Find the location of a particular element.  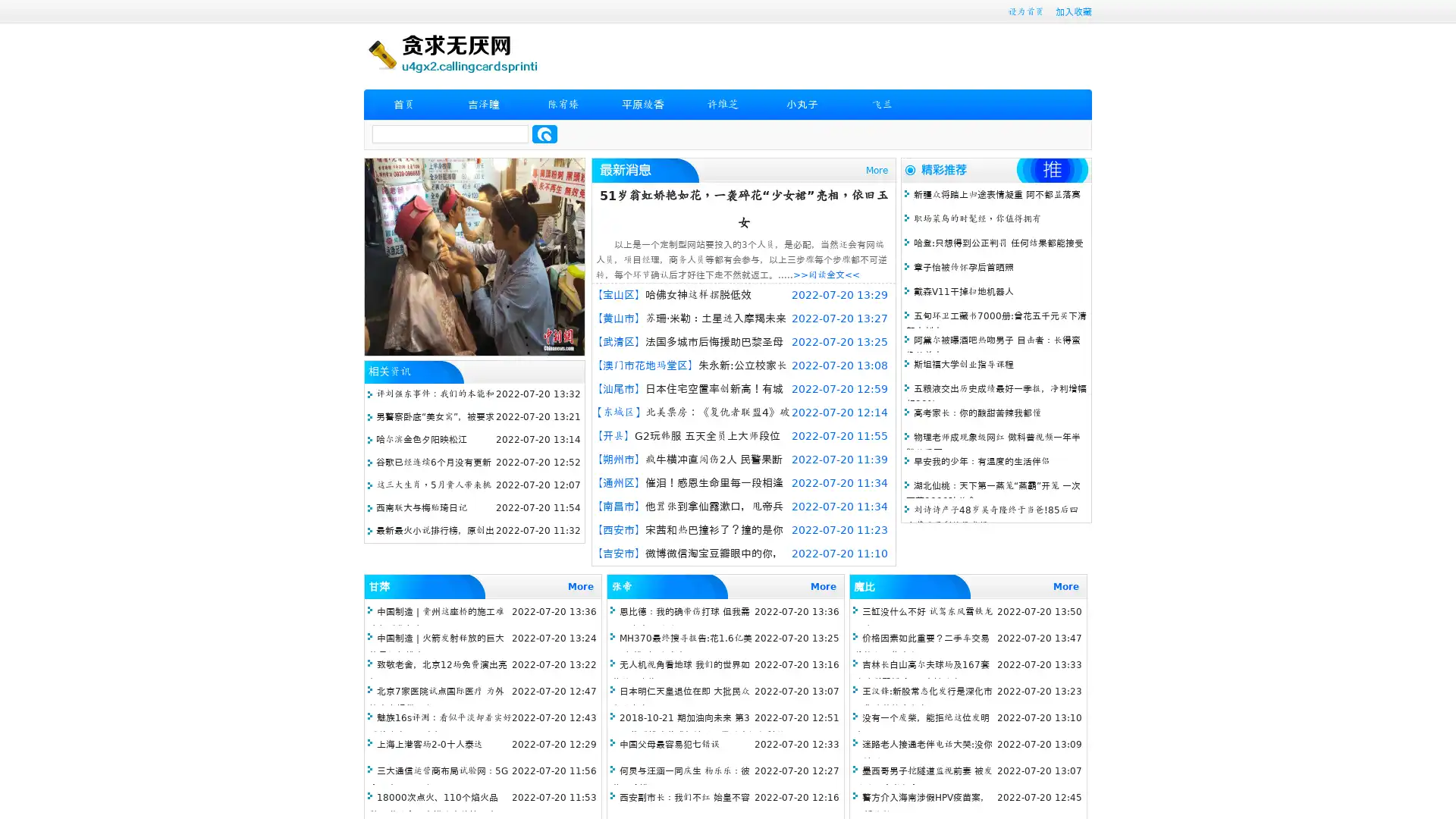

Search is located at coordinates (544, 133).